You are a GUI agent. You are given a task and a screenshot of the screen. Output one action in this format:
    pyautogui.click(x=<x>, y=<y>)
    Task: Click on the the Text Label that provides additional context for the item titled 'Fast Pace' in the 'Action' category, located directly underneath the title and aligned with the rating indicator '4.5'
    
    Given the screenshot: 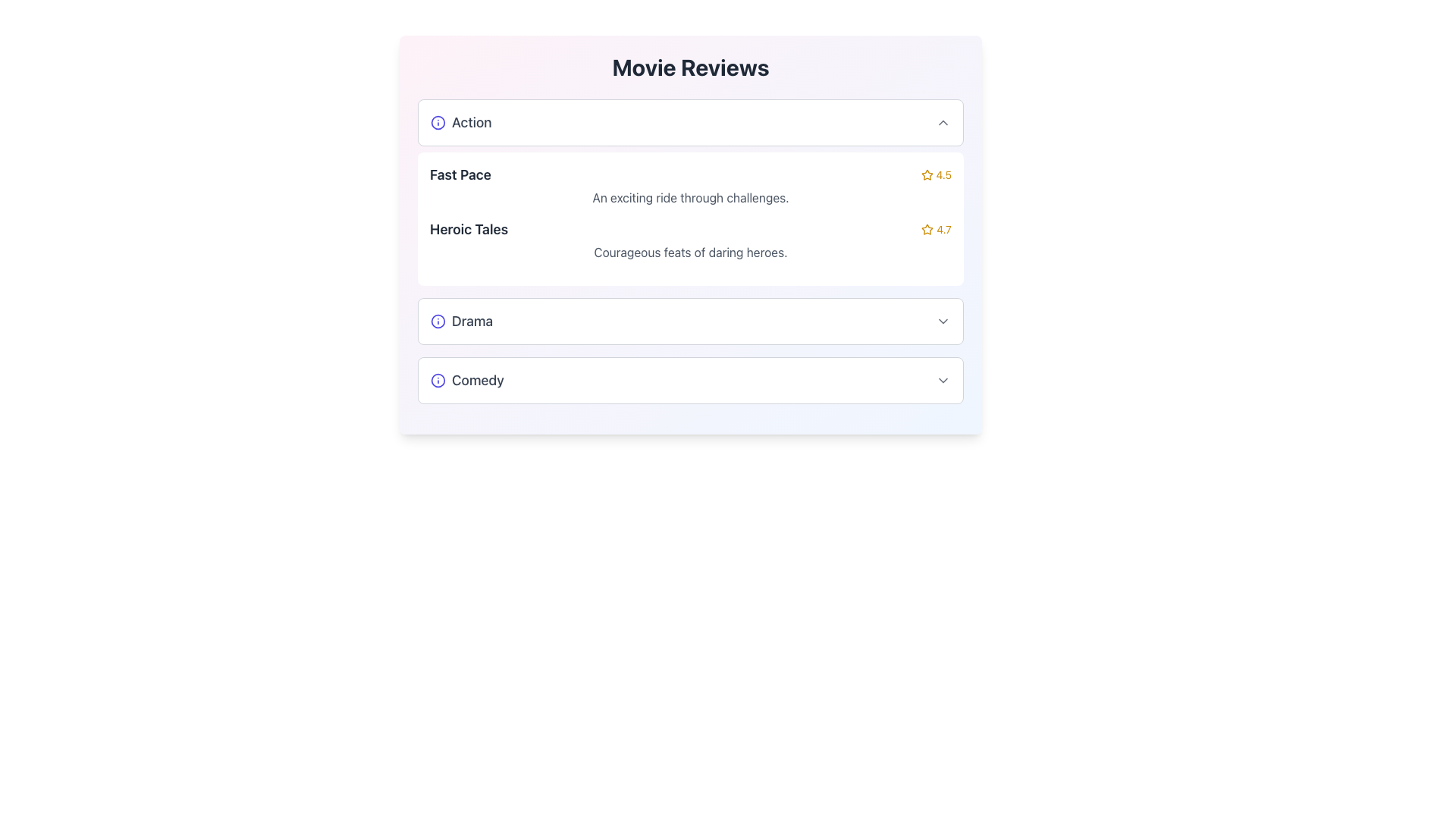 What is the action you would take?
    pyautogui.click(x=690, y=197)
    